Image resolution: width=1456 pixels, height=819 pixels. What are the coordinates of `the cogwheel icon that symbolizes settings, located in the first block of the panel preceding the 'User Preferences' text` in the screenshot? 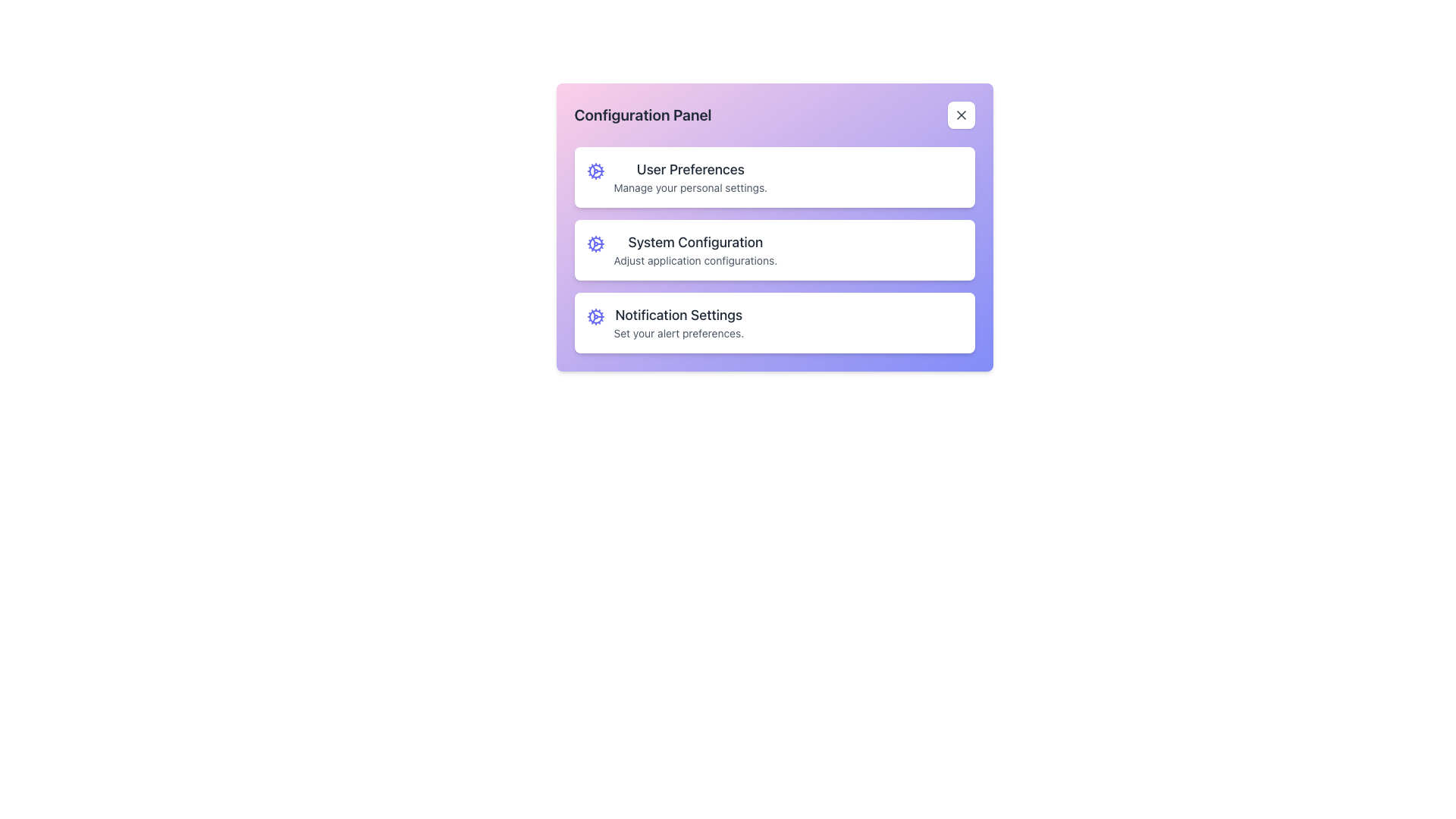 It's located at (595, 171).